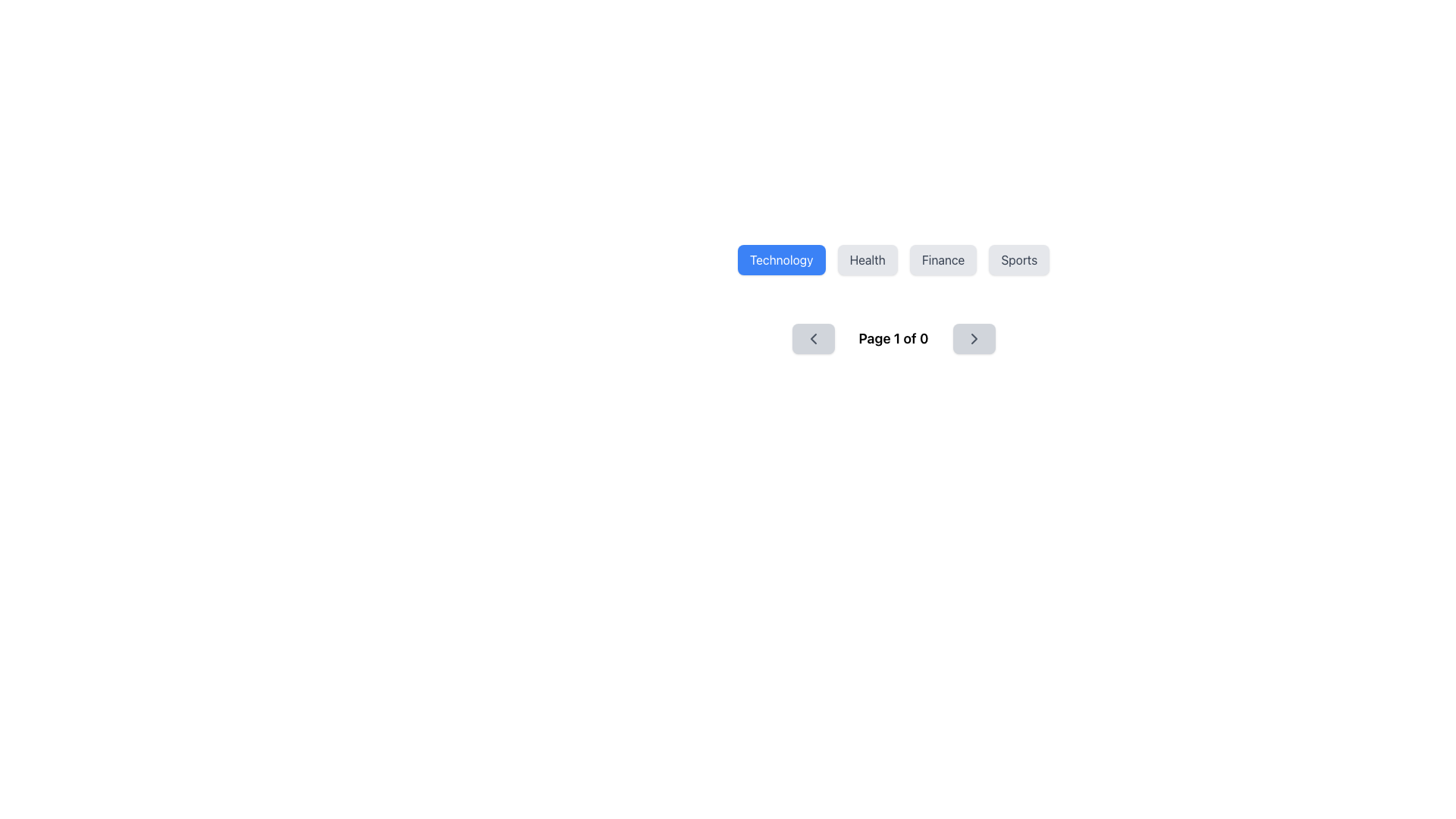 The width and height of the screenshot is (1456, 819). I want to click on the 'Health' button, which is a rectangular button with a light gray background and dark gray text, so click(868, 259).